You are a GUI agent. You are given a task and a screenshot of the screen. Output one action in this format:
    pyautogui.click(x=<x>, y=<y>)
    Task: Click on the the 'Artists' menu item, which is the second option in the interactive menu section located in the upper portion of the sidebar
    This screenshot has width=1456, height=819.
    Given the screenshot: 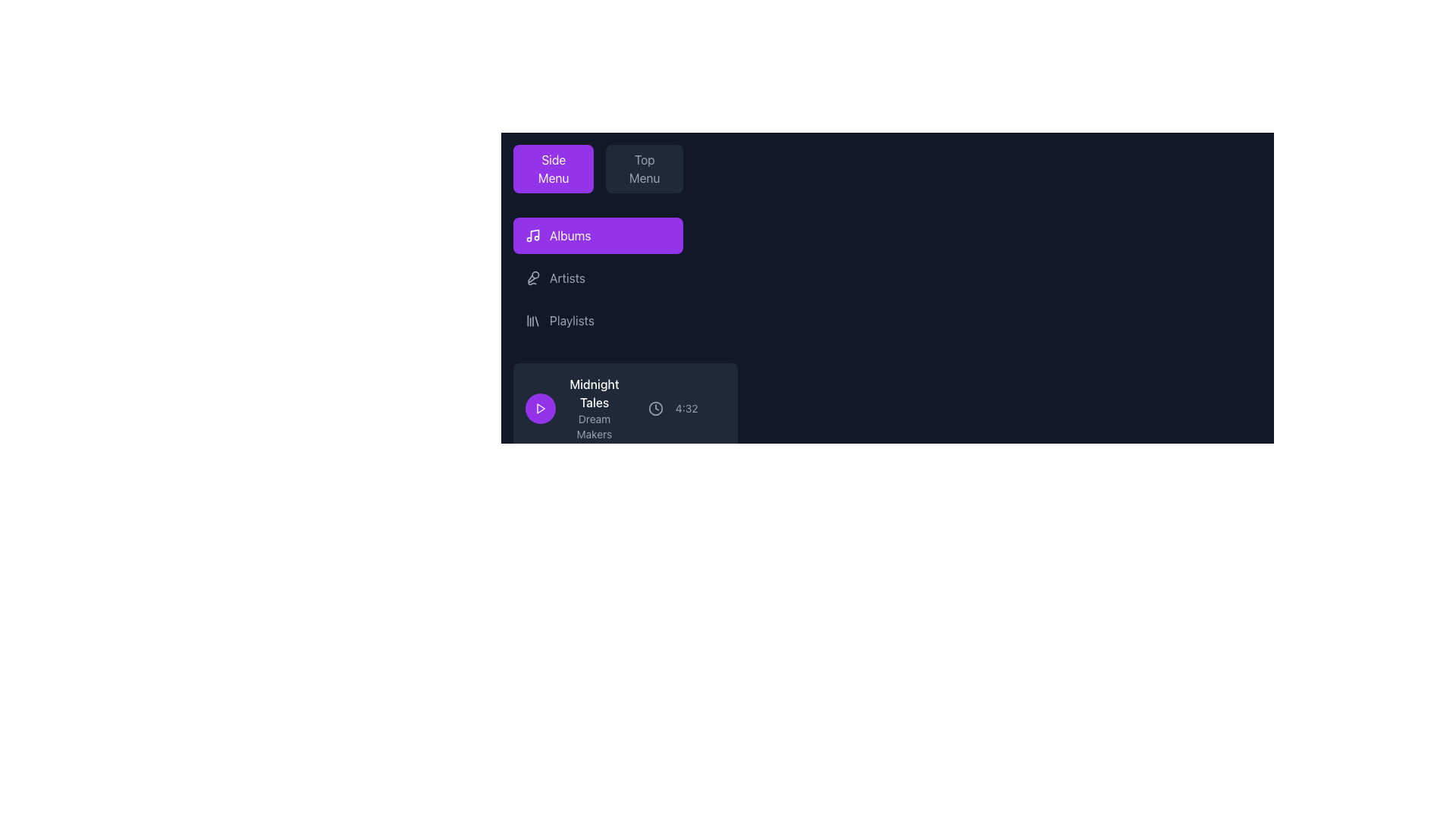 What is the action you would take?
    pyautogui.click(x=597, y=278)
    